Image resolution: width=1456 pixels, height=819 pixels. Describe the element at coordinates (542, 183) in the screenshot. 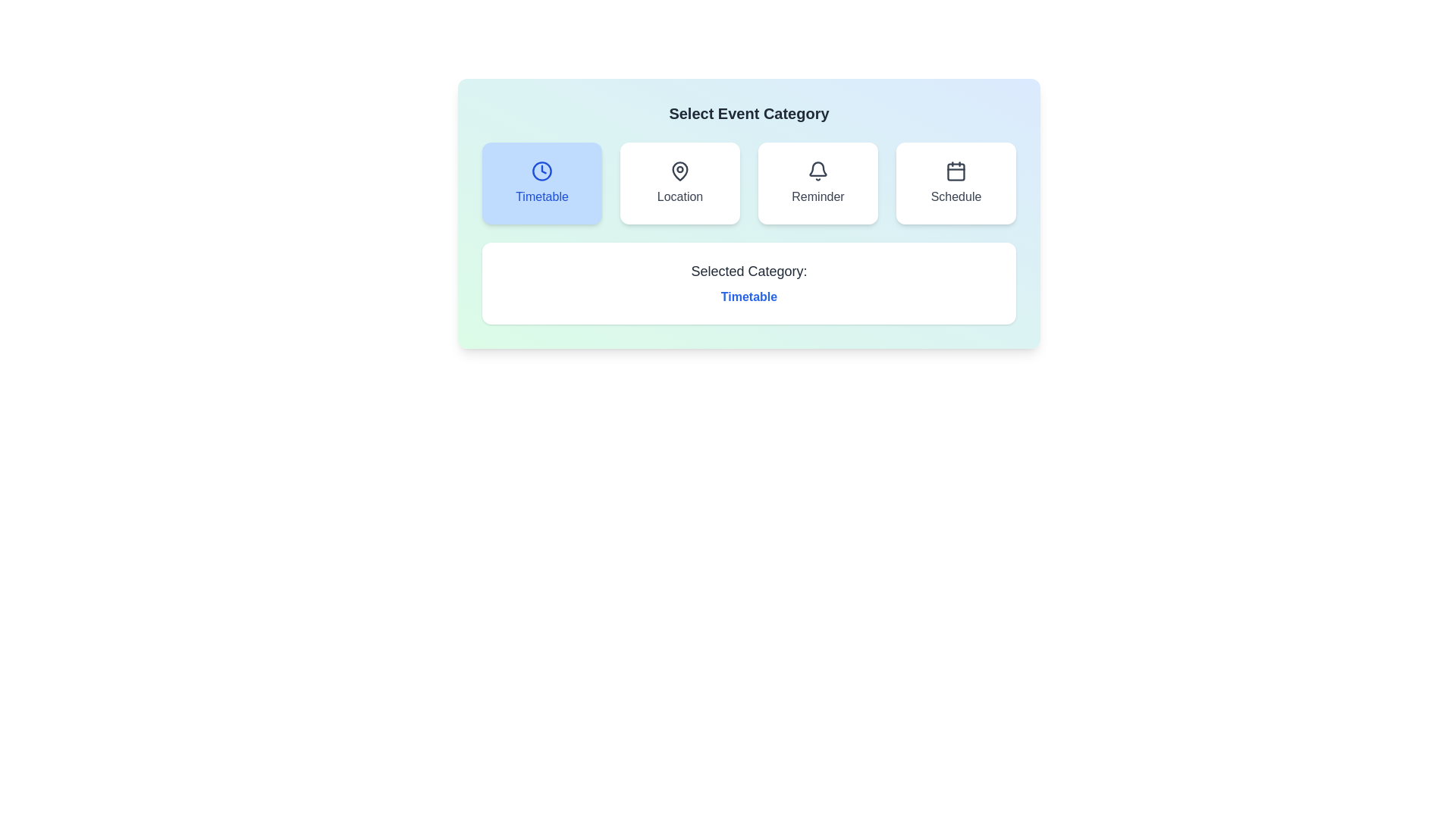

I see `the button labeled Timetable to observe its hover effect` at that location.